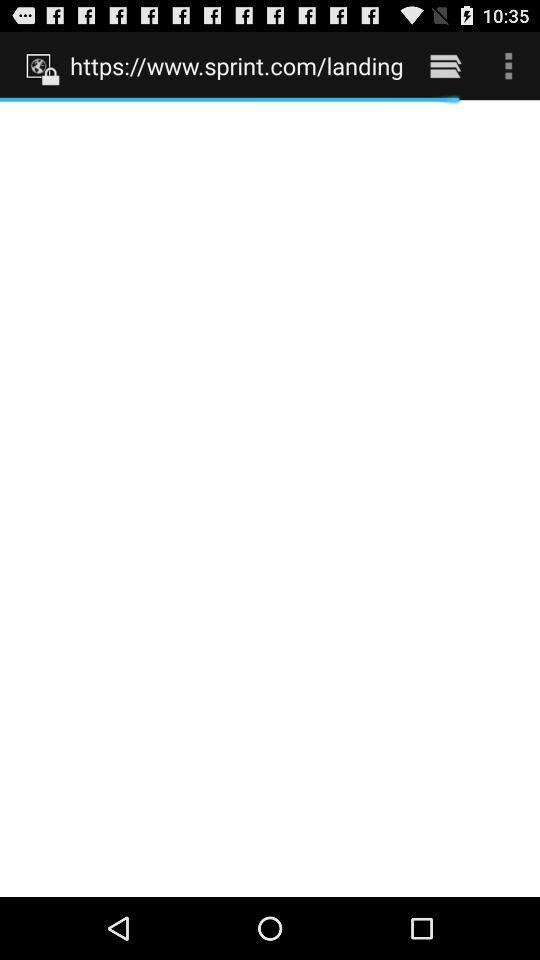 The height and width of the screenshot is (960, 540). What do you see at coordinates (270, 497) in the screenshot?
I see `icon below the https www sprint item` at bounding box center [270, 497].